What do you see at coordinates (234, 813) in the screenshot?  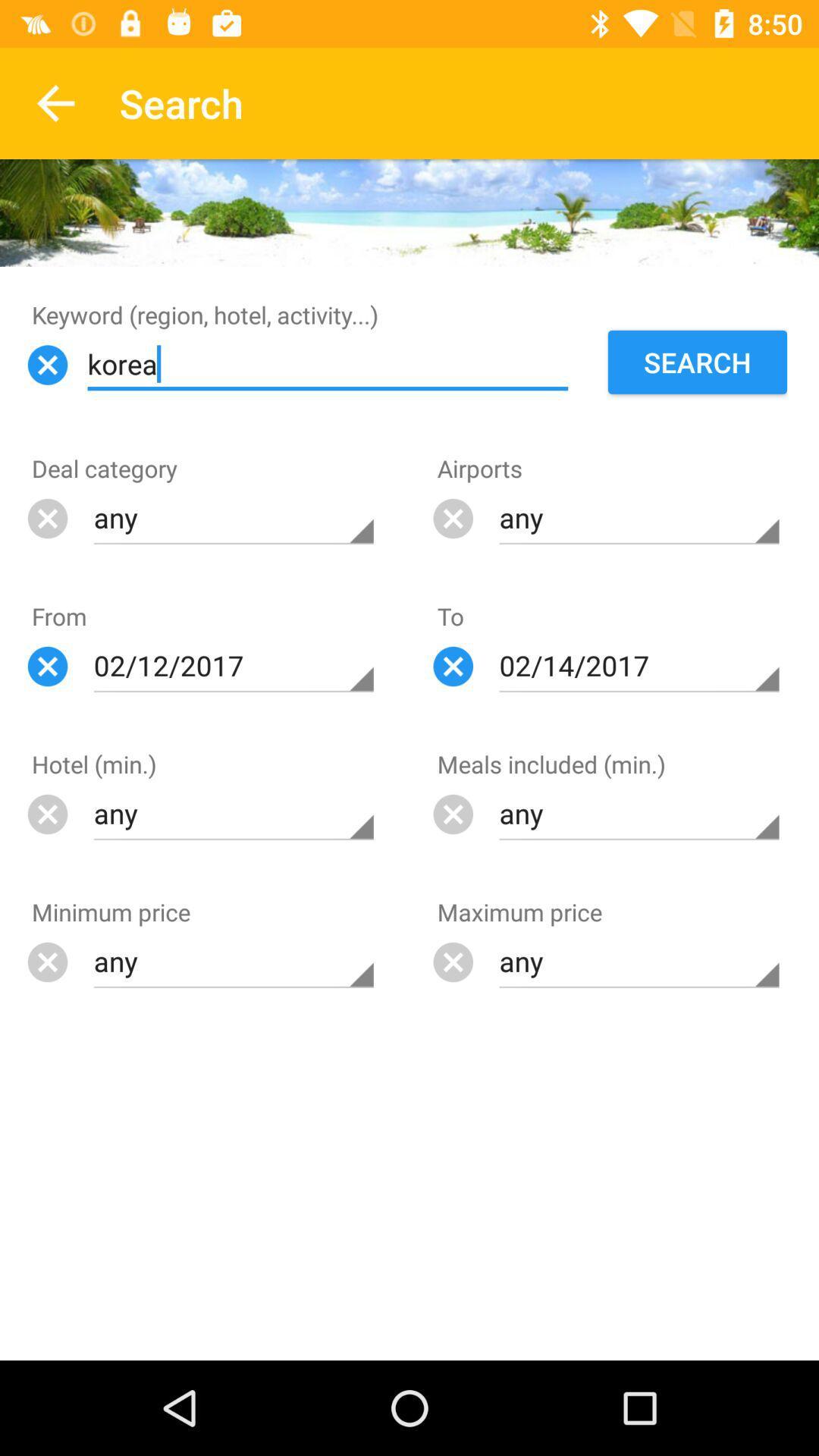 I see `any field which is below hotel min` at bounding box center [234, 813].